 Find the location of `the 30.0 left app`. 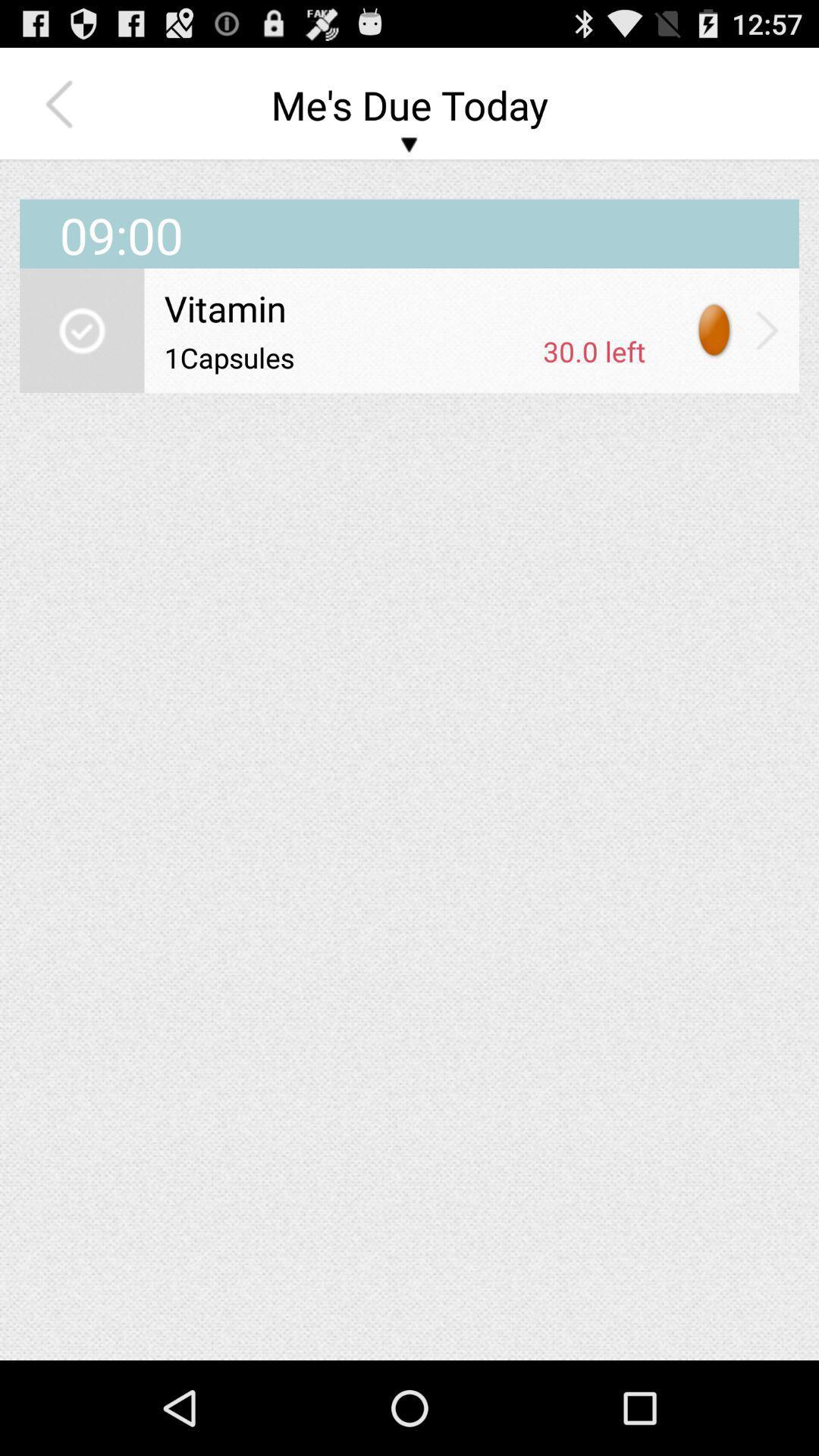

the 30.0 left app is located at coordinates (593, 350).